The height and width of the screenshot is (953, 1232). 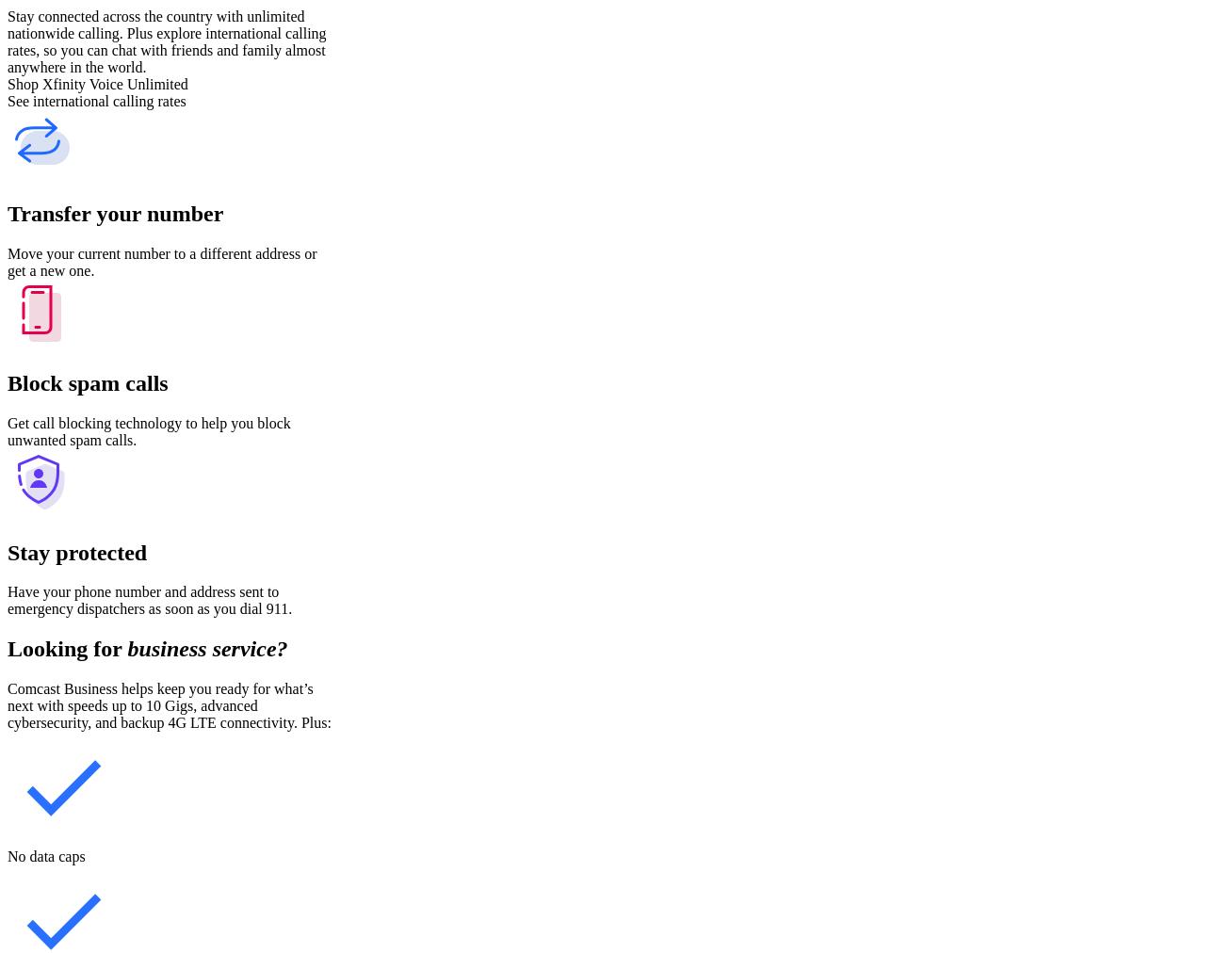 What do you see at coordinates (169, 705) in the screenshot?
I see `'Comcast Business helps keep you ready for what’s next with speeds up to 10 Gigs, advanced cybersecurity, and backup 4G LTE connectivity. Plus:'` at bounding box center [169, 705].